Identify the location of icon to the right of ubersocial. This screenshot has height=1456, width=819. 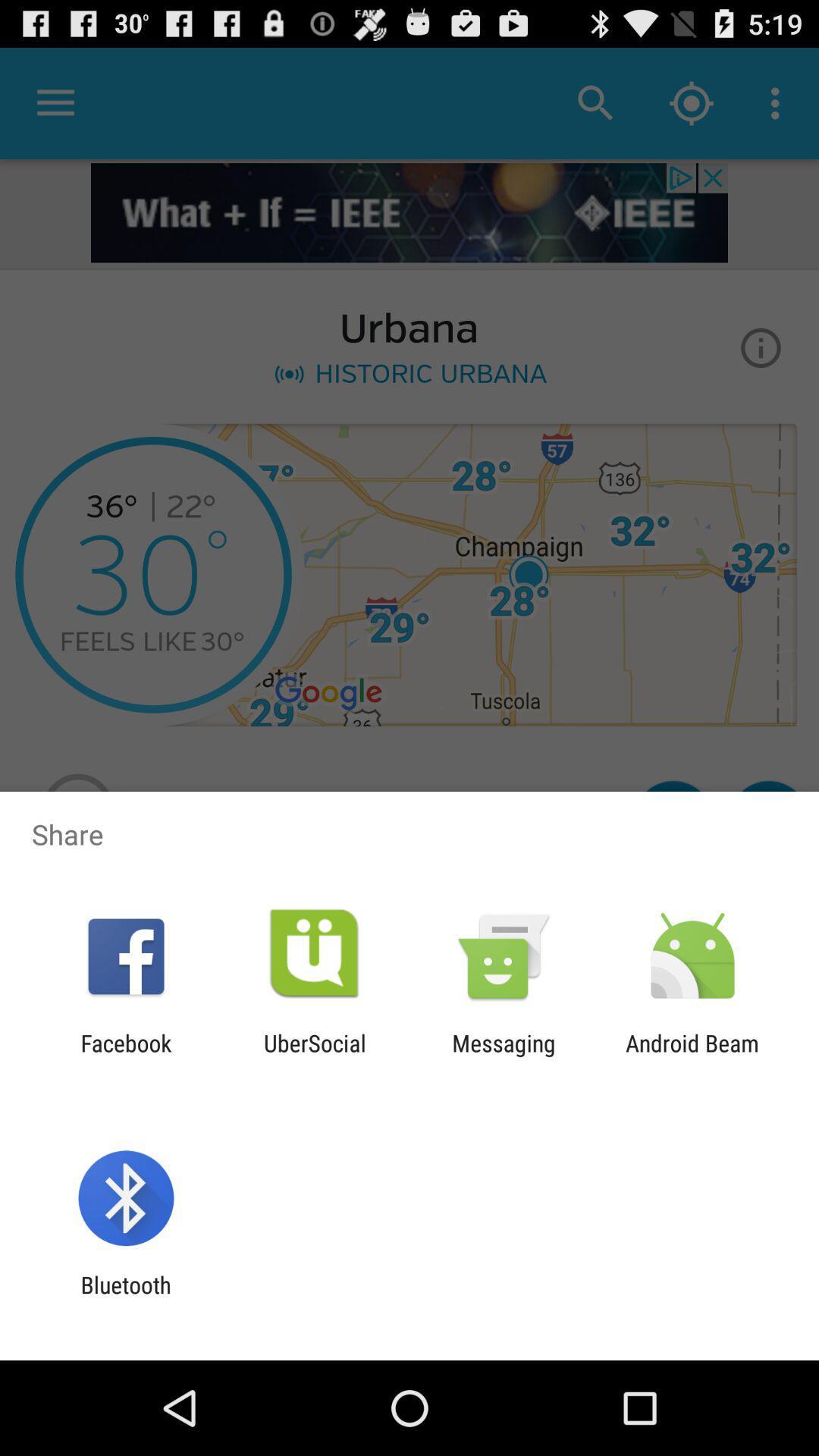
(504, 1056).